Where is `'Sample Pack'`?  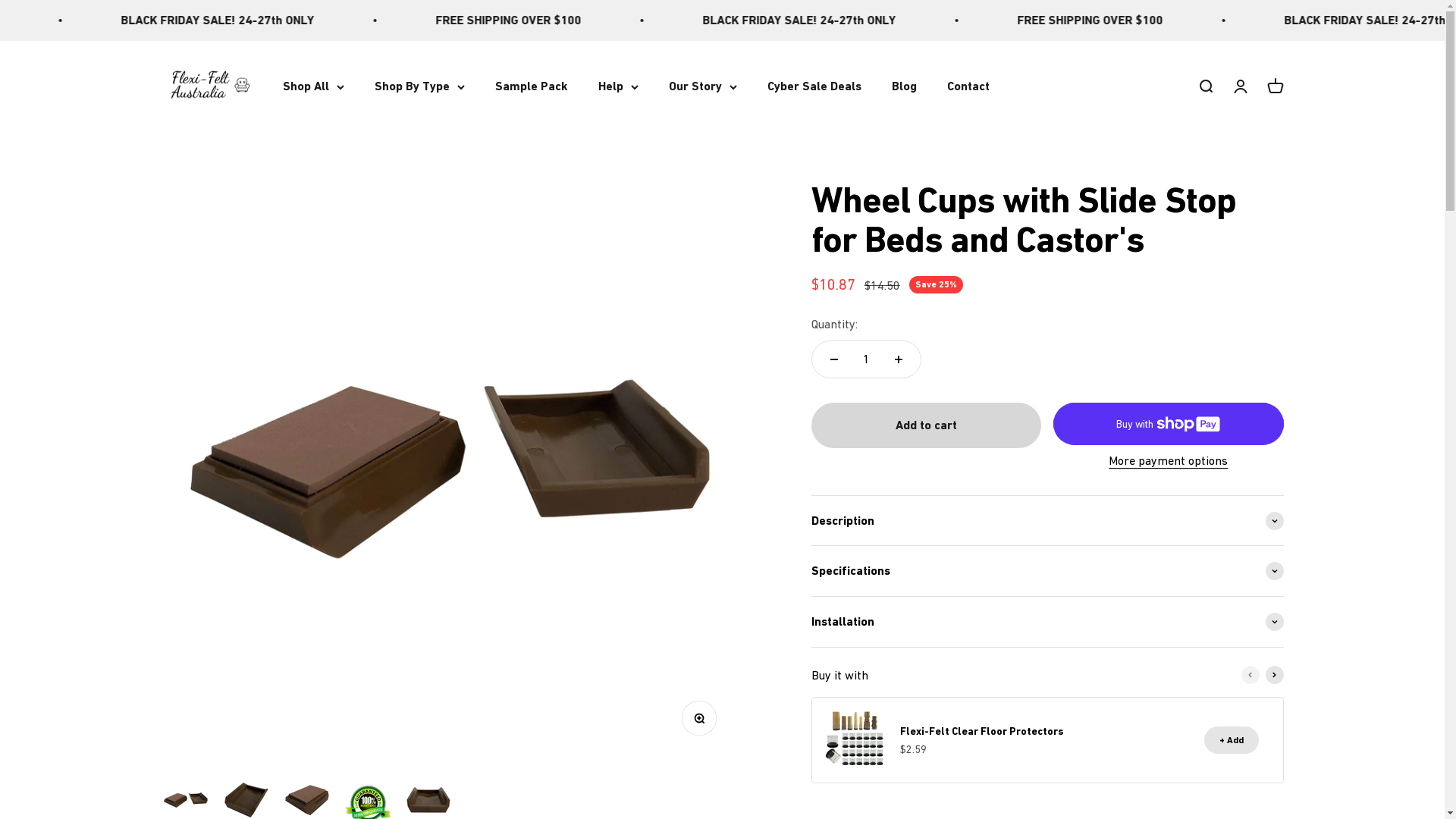
'Sample Pack' is located at coordinates (531, 86).